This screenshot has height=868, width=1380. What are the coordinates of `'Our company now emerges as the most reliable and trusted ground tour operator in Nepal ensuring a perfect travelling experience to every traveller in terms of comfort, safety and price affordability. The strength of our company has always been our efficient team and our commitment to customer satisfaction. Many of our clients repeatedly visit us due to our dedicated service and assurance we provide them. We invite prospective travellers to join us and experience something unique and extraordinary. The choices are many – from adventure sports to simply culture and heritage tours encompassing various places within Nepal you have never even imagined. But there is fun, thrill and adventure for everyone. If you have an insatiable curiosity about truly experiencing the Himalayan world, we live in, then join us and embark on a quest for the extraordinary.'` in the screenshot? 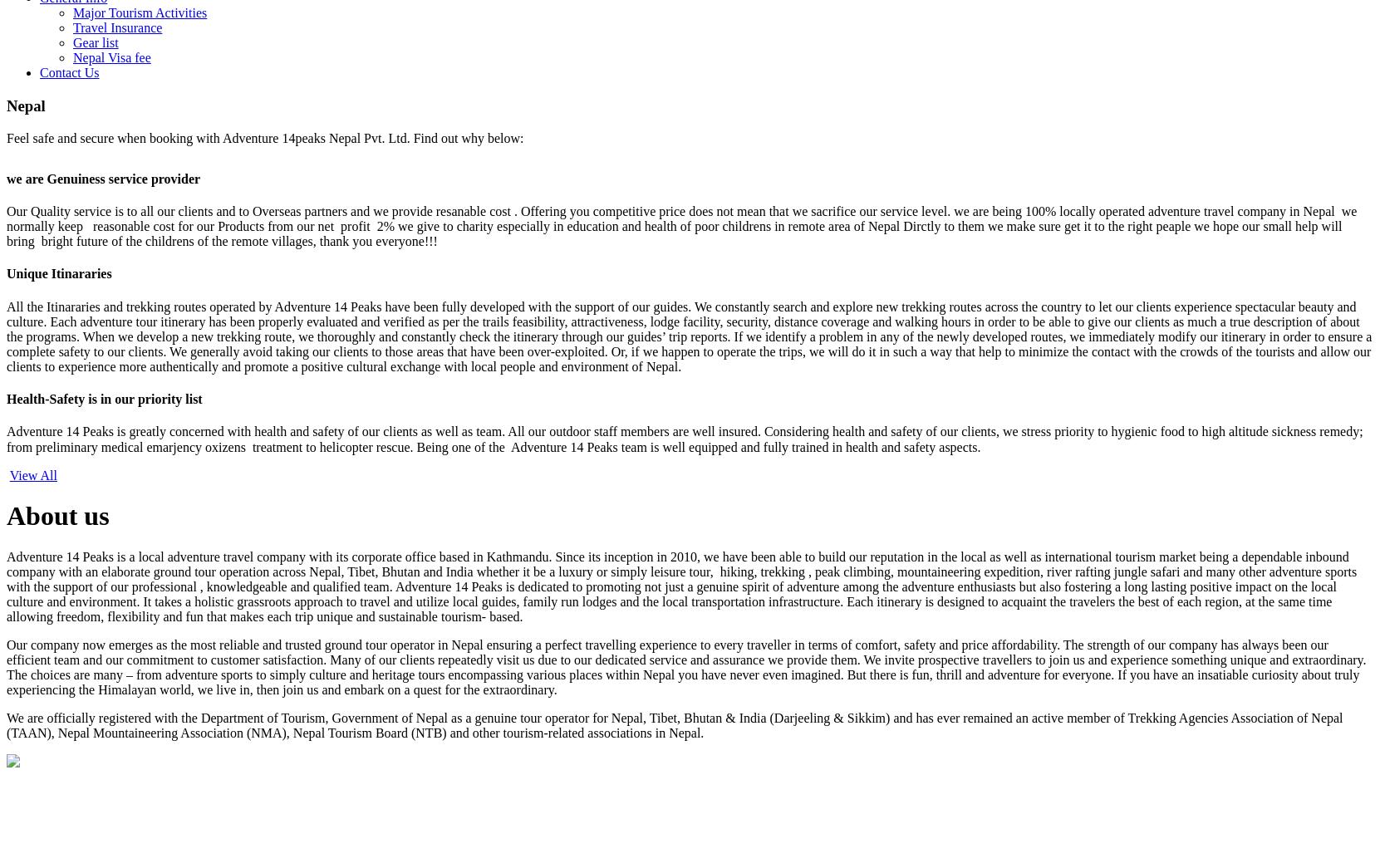 It's located at (5, 666).